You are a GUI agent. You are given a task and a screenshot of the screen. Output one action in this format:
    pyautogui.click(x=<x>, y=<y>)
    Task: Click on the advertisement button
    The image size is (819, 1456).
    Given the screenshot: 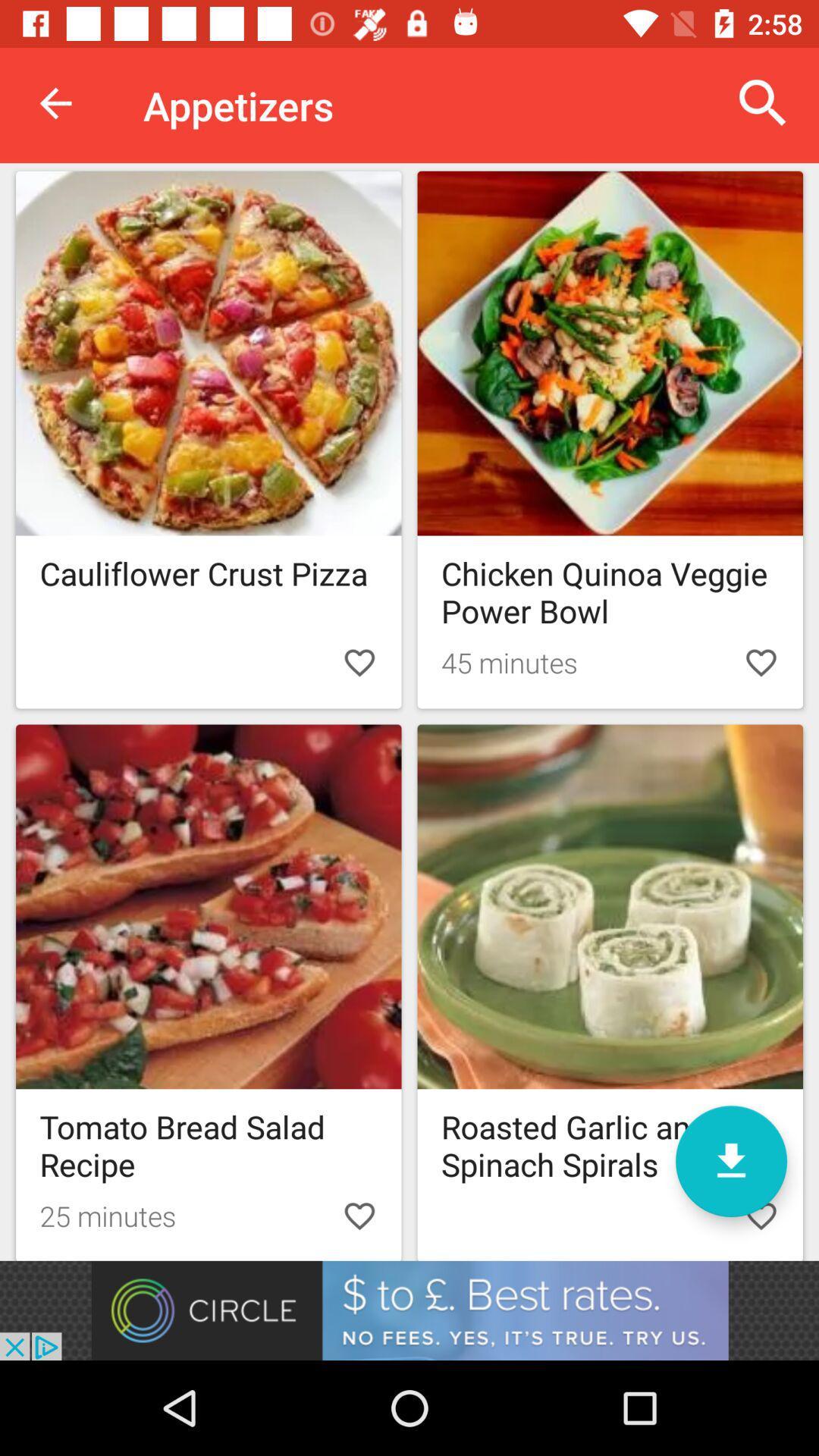 What is the action you would take?
    pyautogui.click(x=409, y=1310)
    